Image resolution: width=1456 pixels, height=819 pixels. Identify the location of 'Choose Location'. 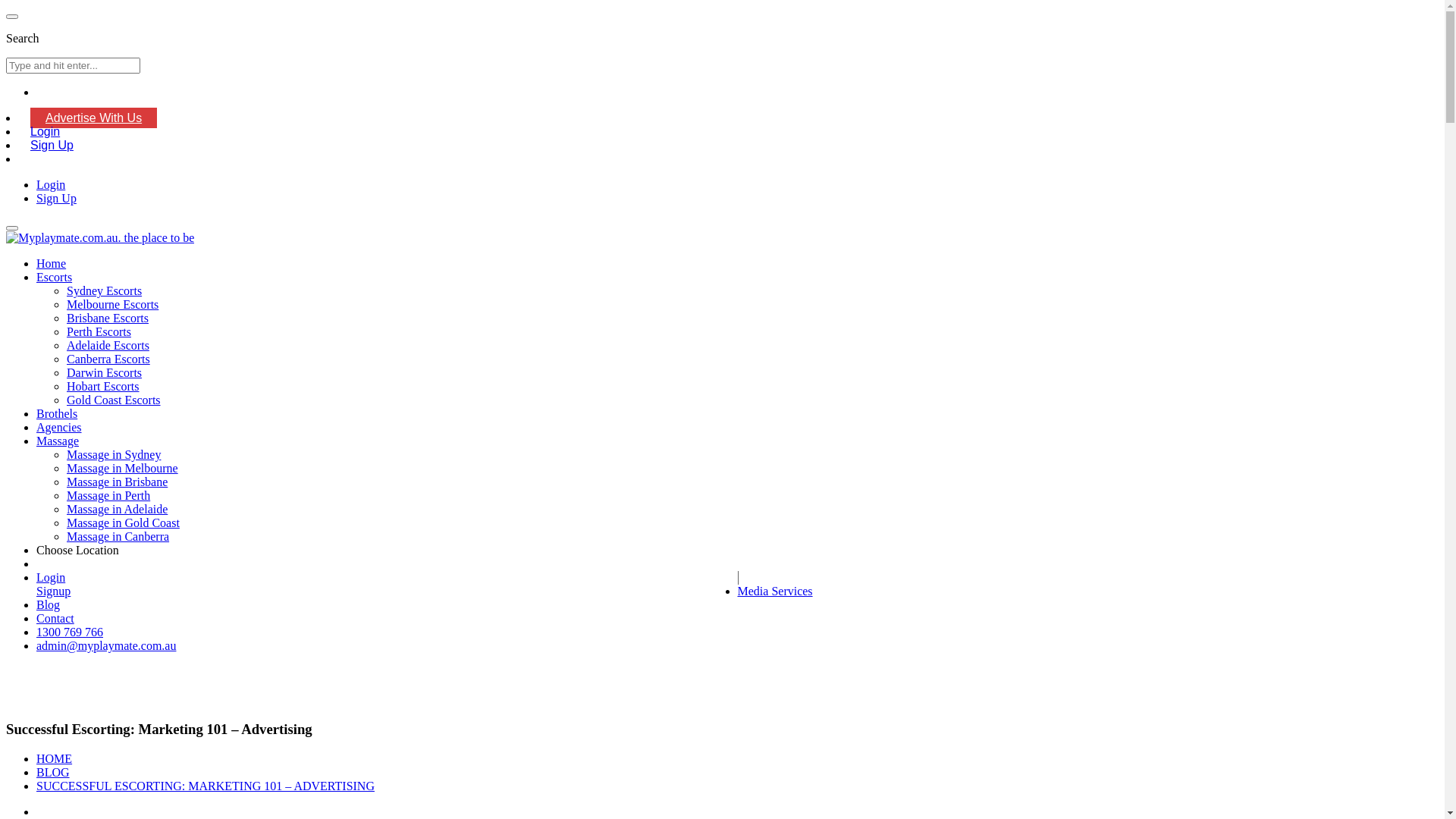
(77, 550).